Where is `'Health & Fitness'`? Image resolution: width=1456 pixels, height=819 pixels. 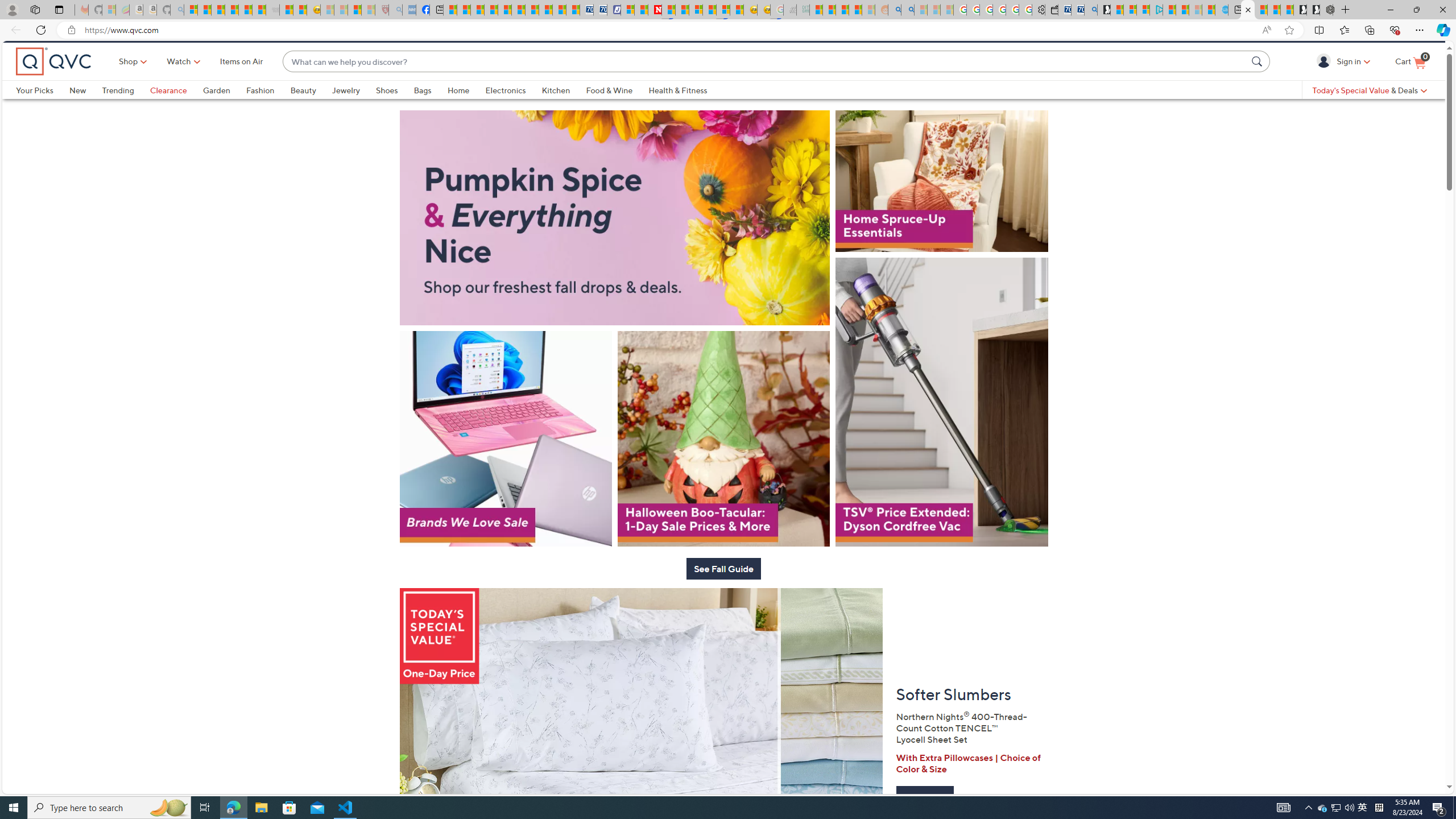
'Health & Fitness' is located at coordinates (677, 109).